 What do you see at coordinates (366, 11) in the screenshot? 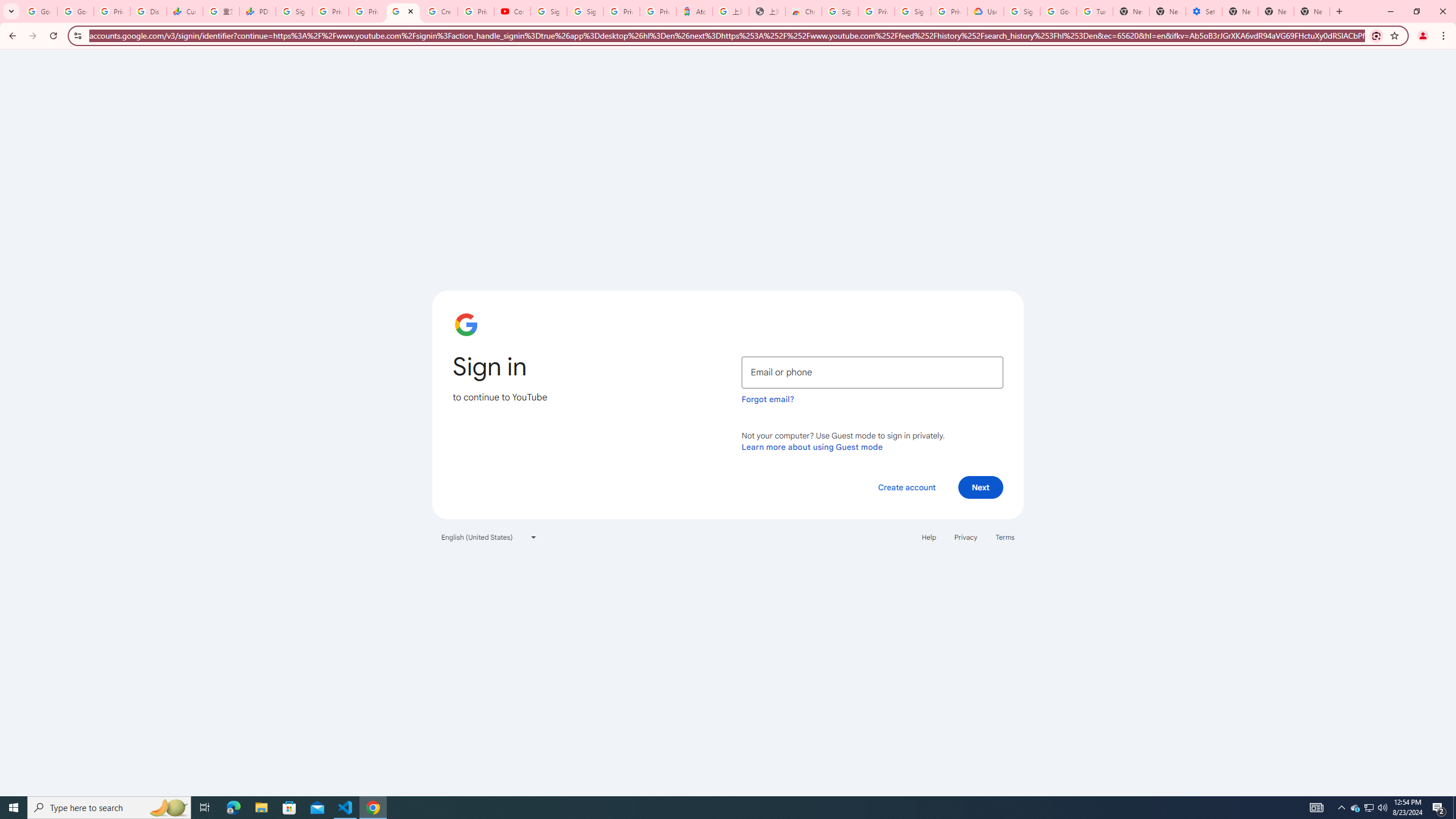
I see `'Privacy Checkup'` at bounding box center [366, 11].